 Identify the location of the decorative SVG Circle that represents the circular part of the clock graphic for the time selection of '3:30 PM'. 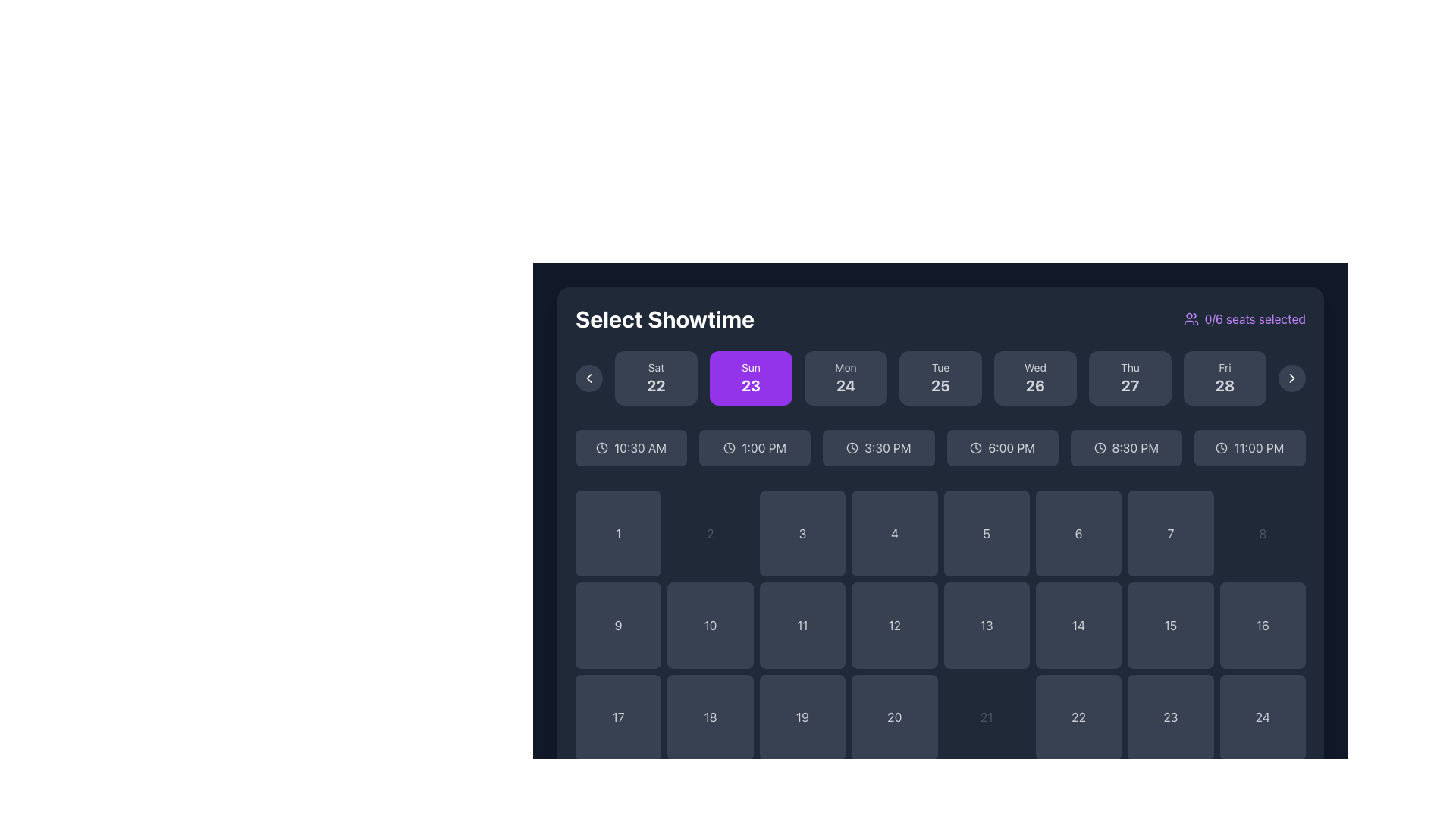
(852, 447).